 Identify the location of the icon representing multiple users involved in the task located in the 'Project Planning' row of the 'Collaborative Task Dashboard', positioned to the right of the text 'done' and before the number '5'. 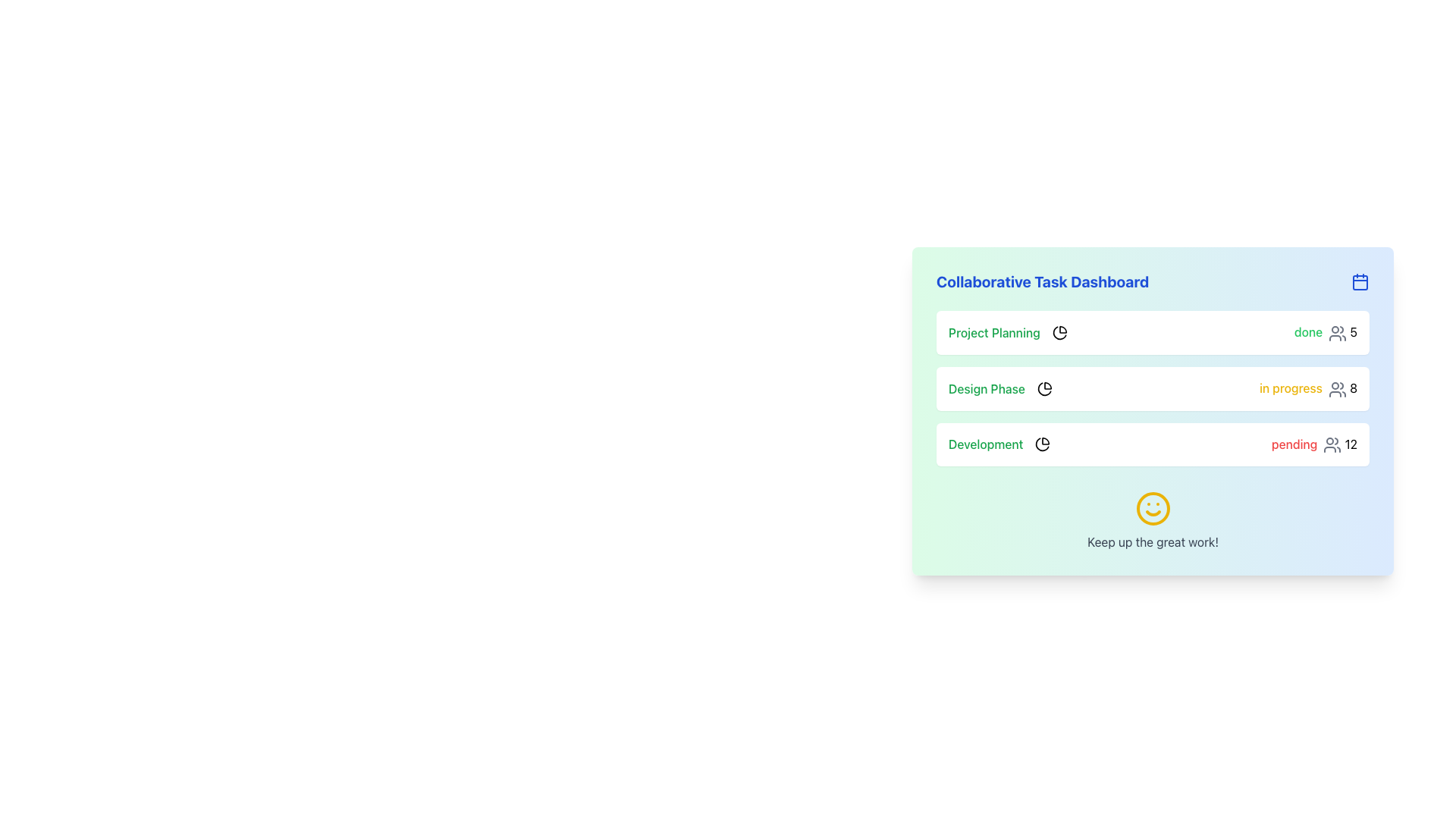
(1338, 332).